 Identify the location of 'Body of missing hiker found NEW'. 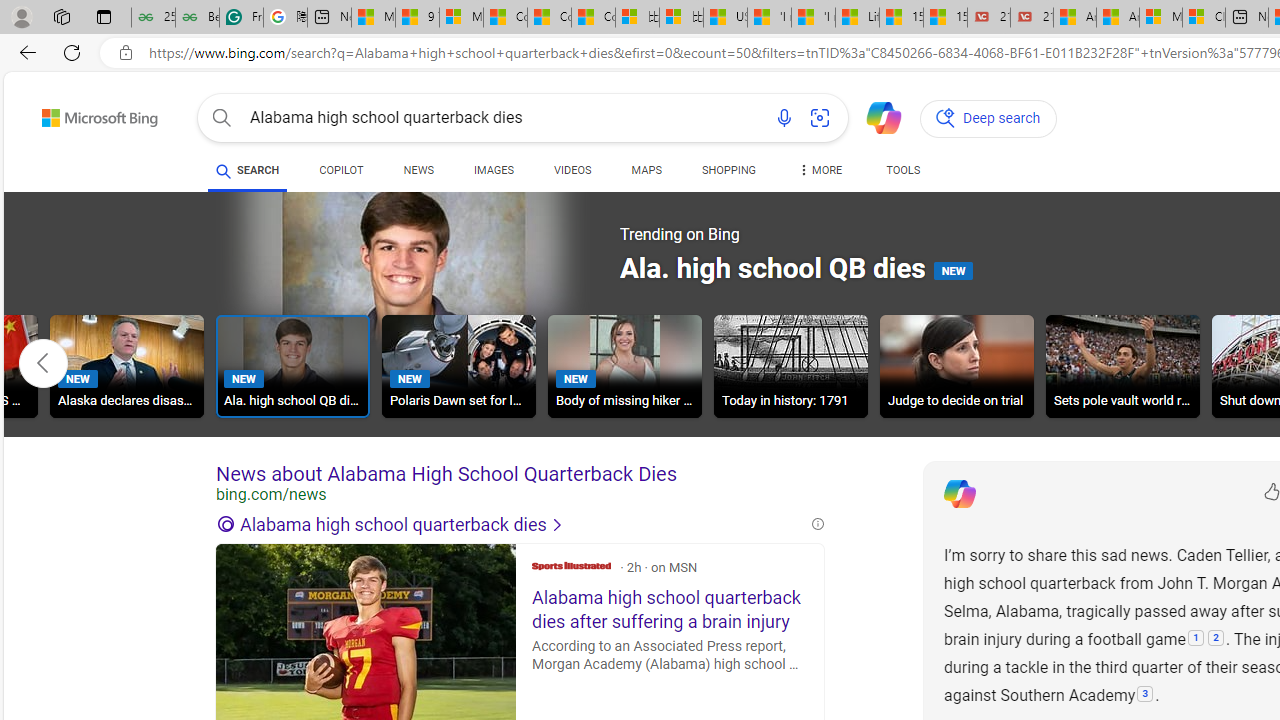
(623, 366).